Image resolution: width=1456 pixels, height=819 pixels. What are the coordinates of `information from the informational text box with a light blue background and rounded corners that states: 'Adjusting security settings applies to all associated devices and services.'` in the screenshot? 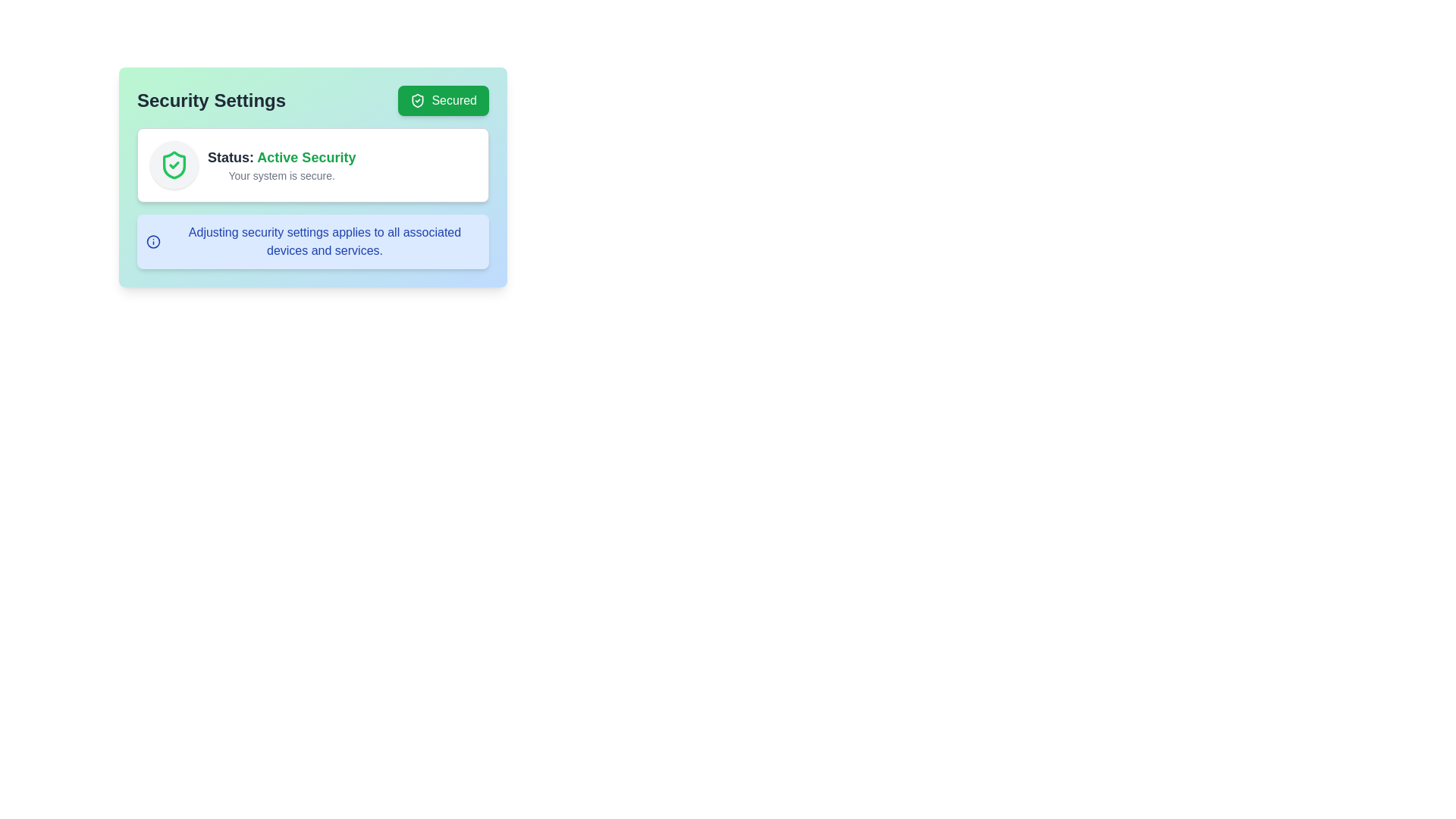 It's located at (312, 241).